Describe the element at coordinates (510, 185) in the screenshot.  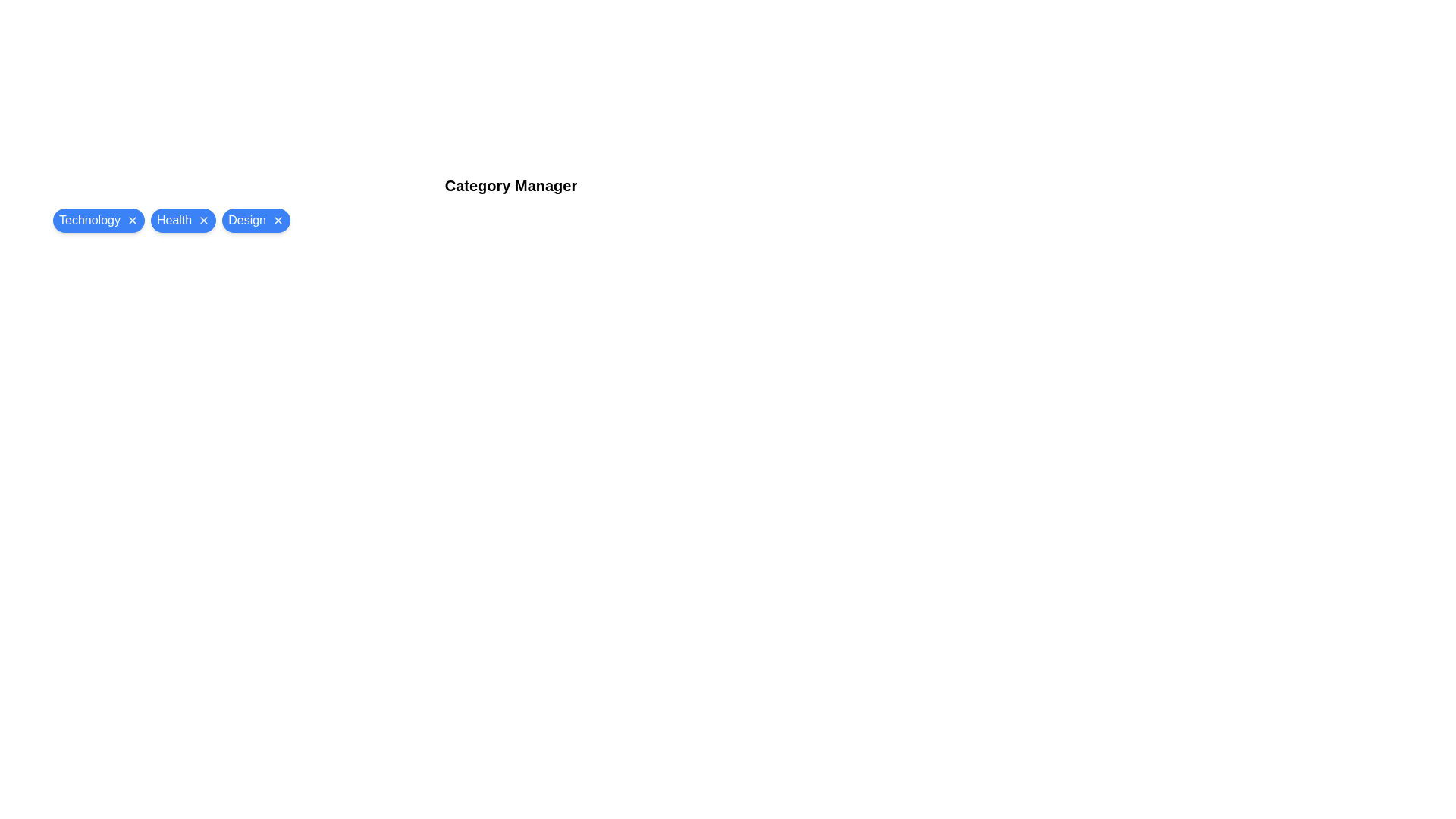
I see `the title text 'Category Manager' to inspect it` at that location.